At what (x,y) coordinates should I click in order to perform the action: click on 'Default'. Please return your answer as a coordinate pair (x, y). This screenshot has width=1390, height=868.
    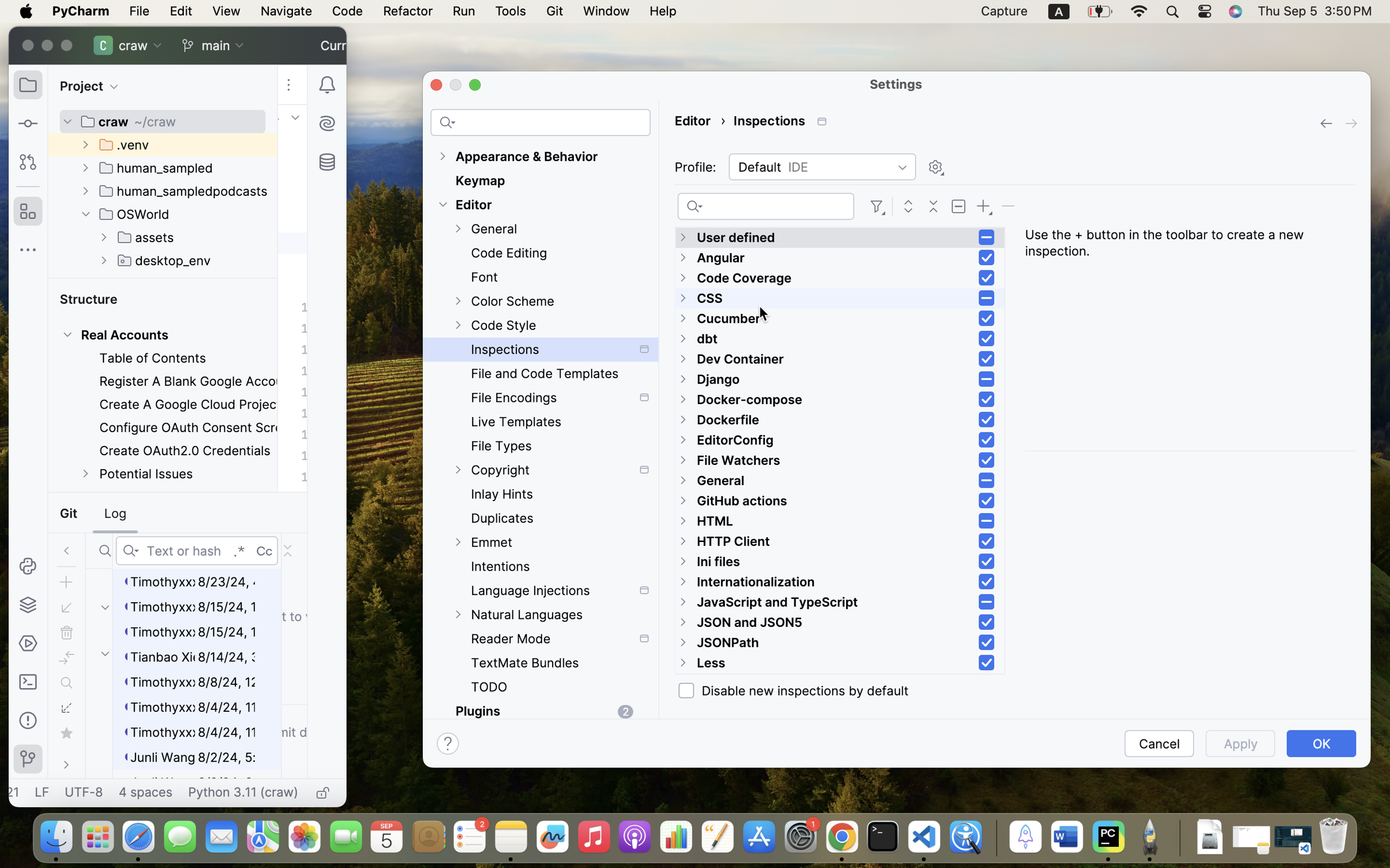
    Looking at the image, I should click on (822, 166).